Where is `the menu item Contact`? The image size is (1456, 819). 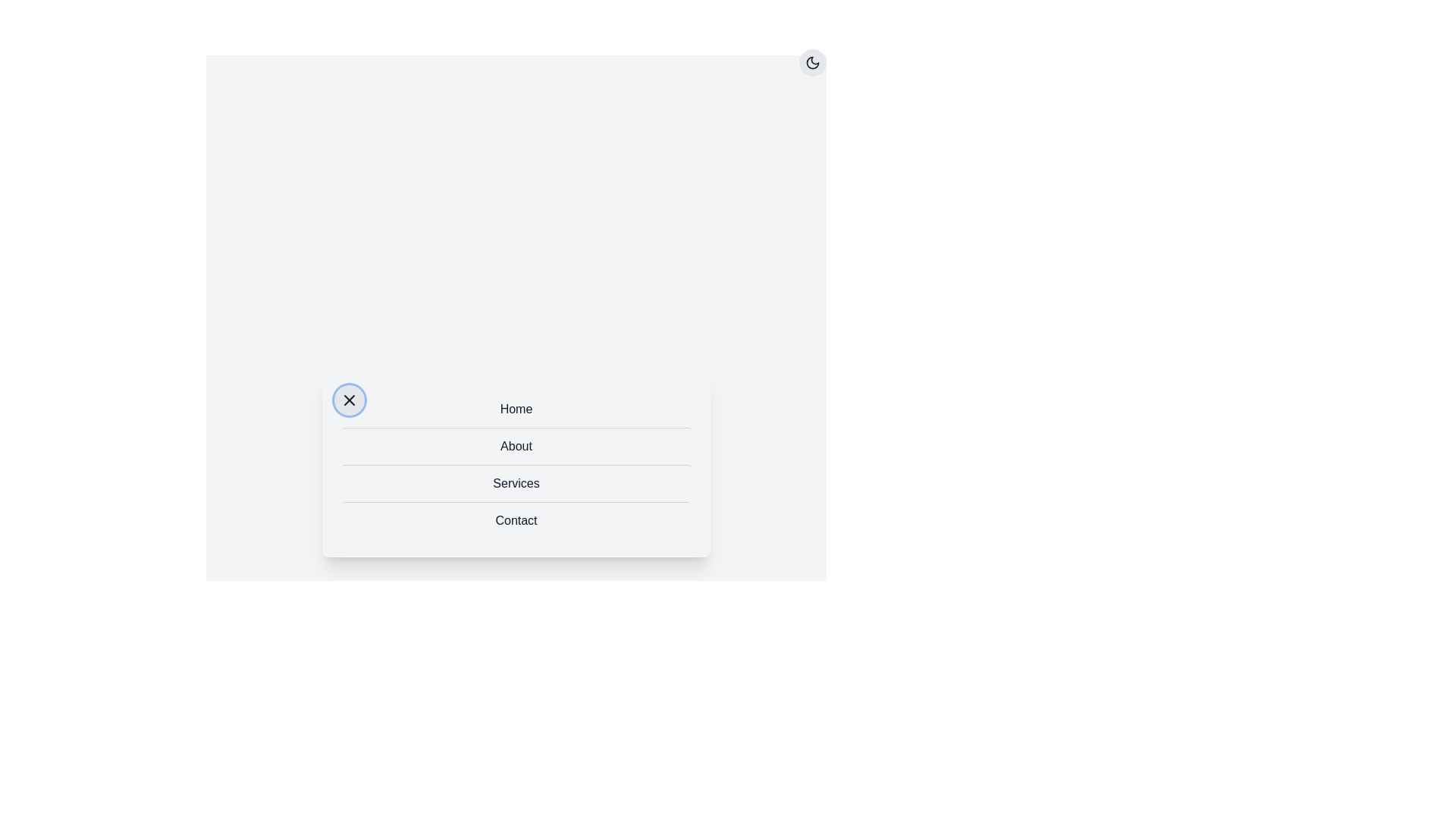
the menu item Contact is located at coordinates (516, 519).